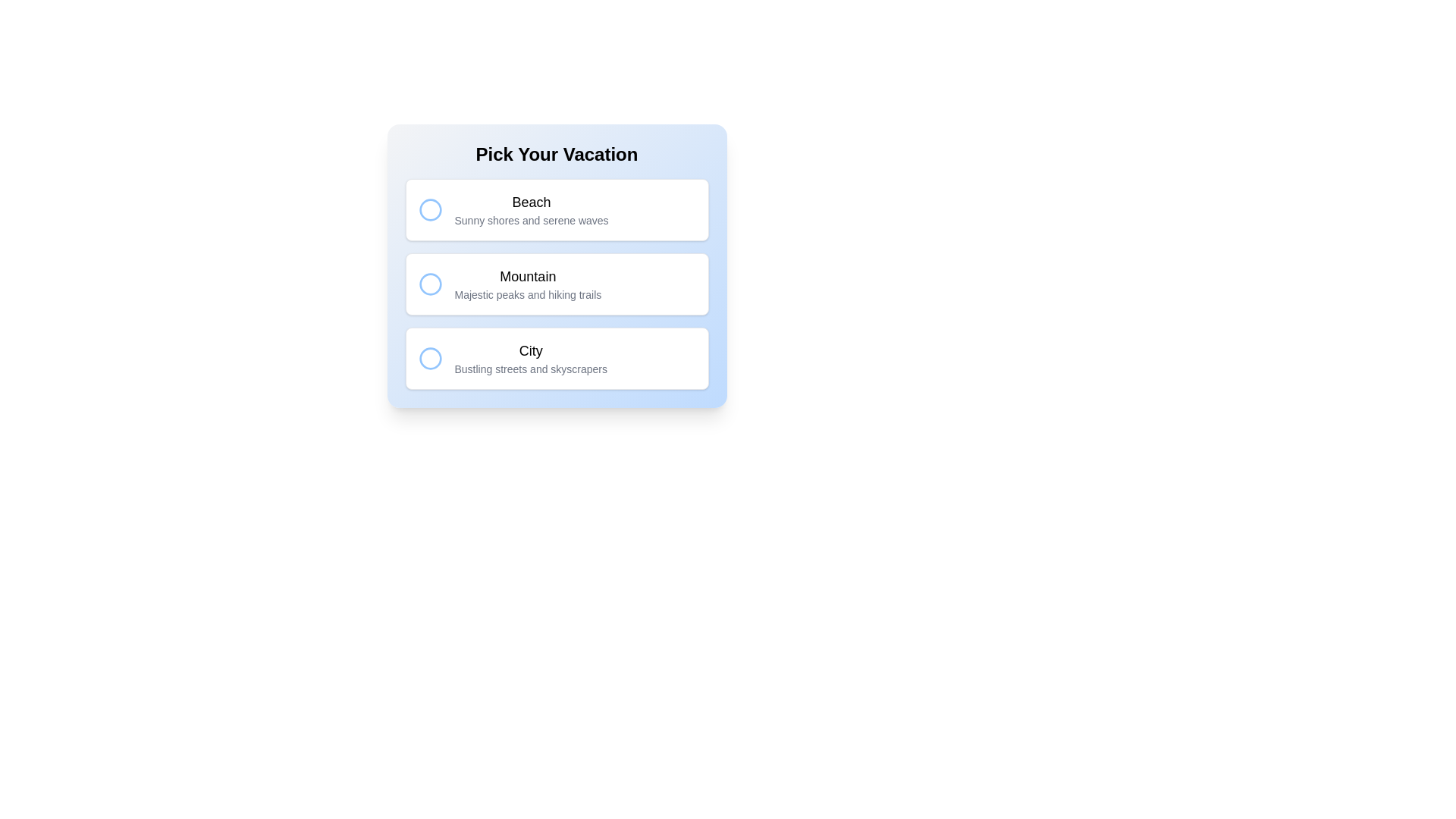 This screenshot has height=819, width=1456. What do you see at coordinates (531, 359) in the screenshot?
I see `title and subtitle information of the text block within the third card under 'Pick Your Vacation'` at bounding box center [531, 359].